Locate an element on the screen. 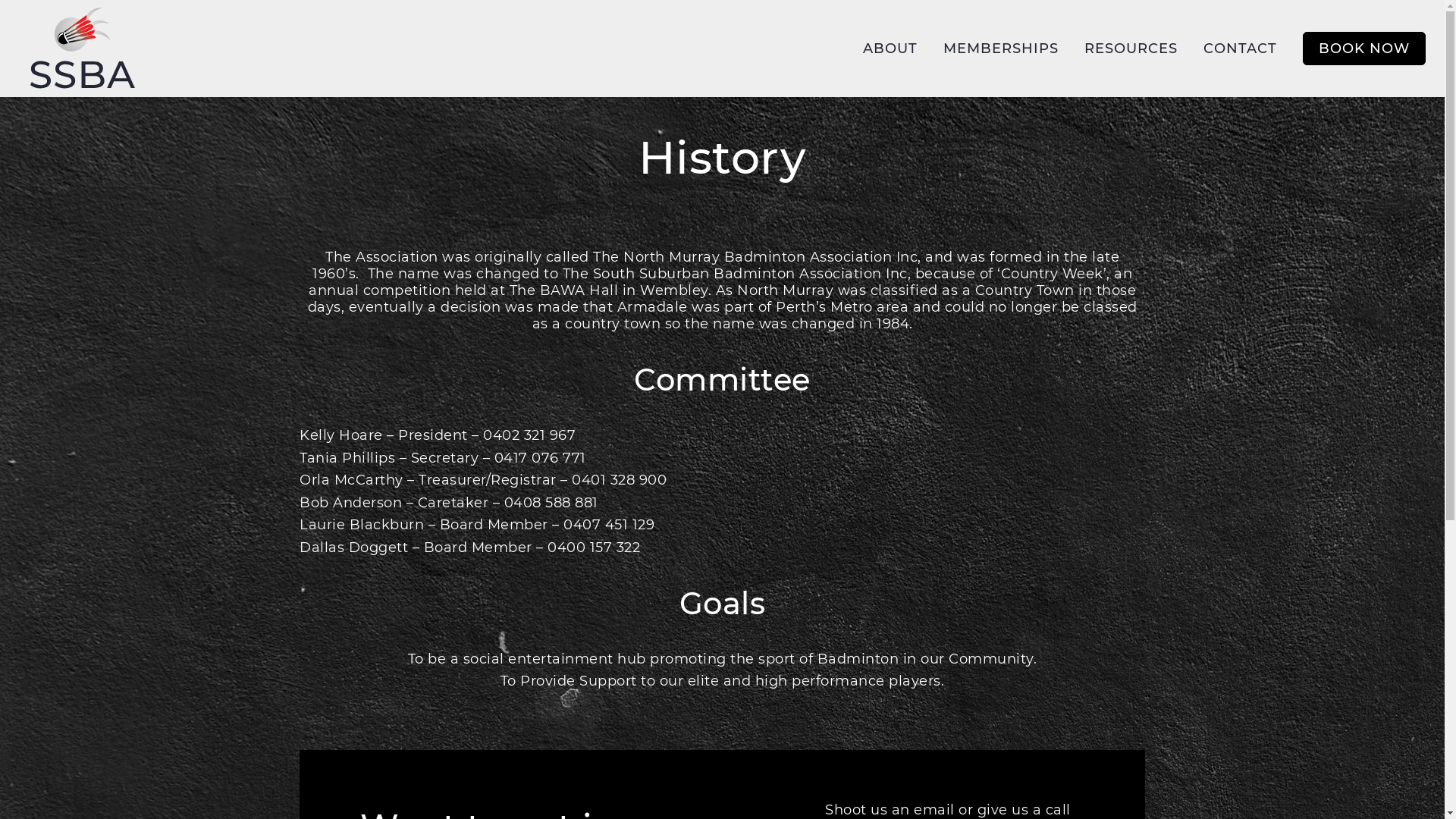 The height and width of the screenshot is (819, 1456). 'BOOK NOW' is located at coordinates (1302, 48).